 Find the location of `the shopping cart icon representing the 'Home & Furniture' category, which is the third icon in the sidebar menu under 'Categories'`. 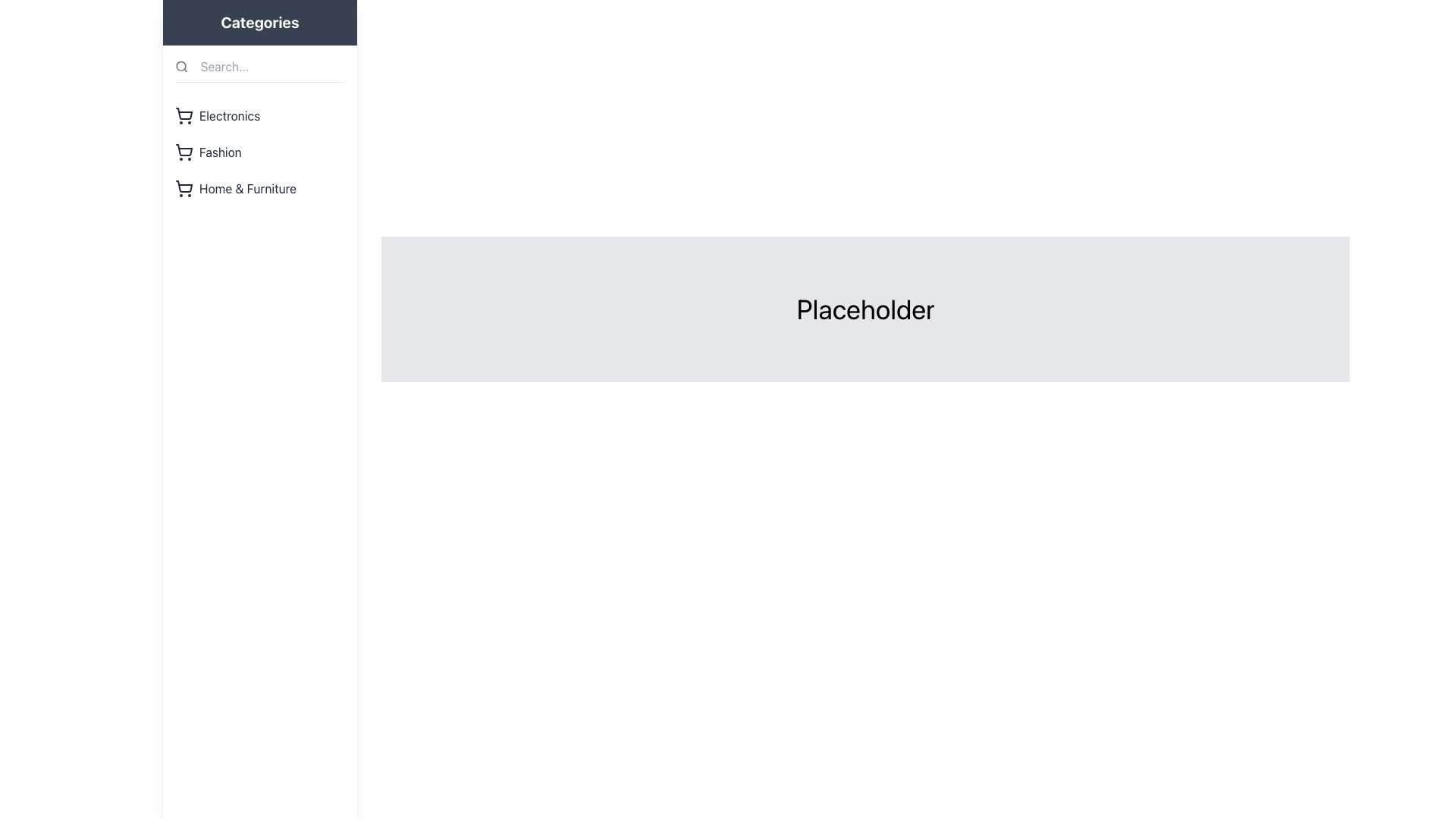

the shopping cart icon representing the 'Home & Furniture' category, which is the third icon in the sidebar menu under 'Categories' is located at coordinates (184, 188).